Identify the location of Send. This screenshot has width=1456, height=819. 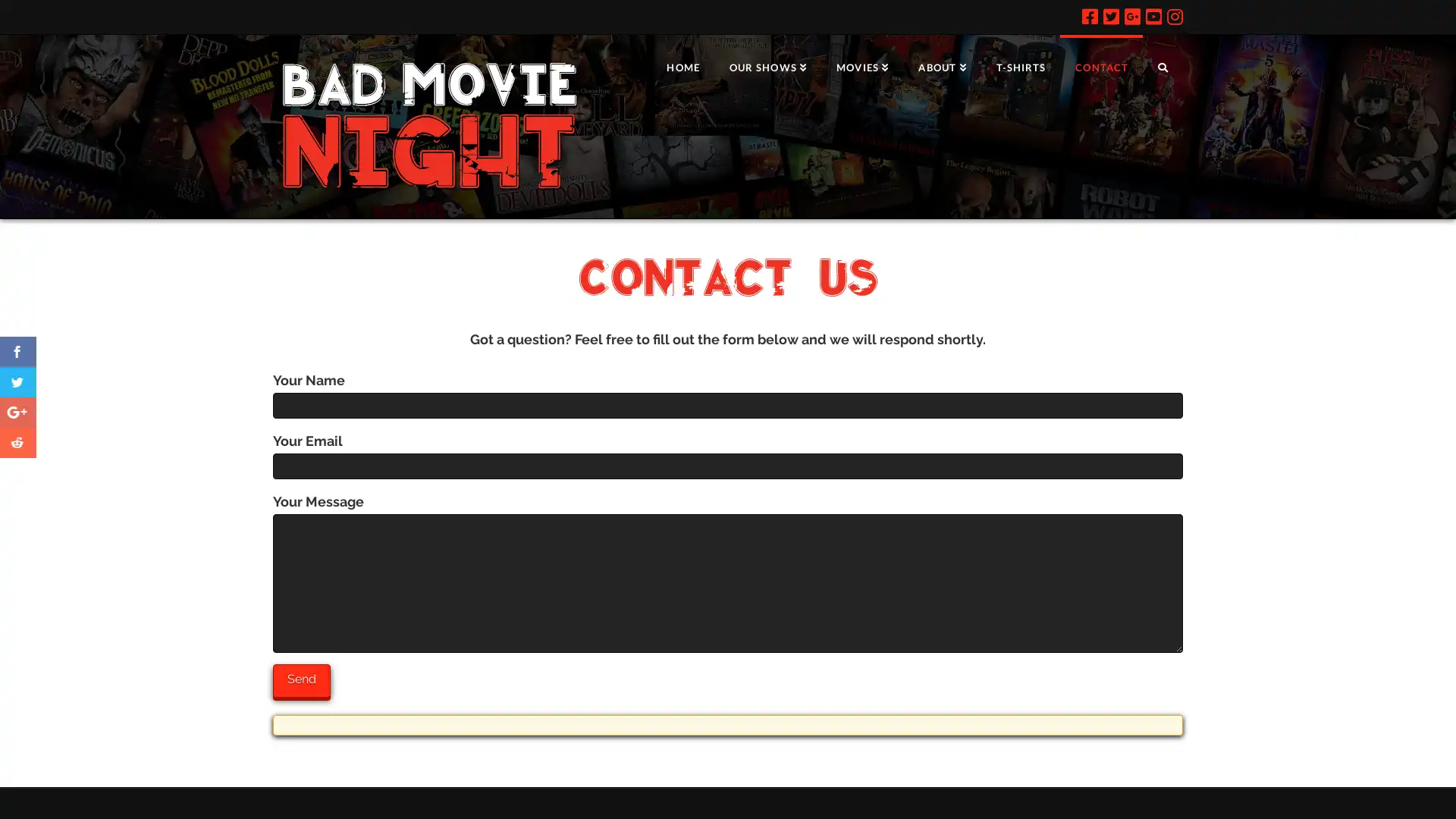
(302, 679).